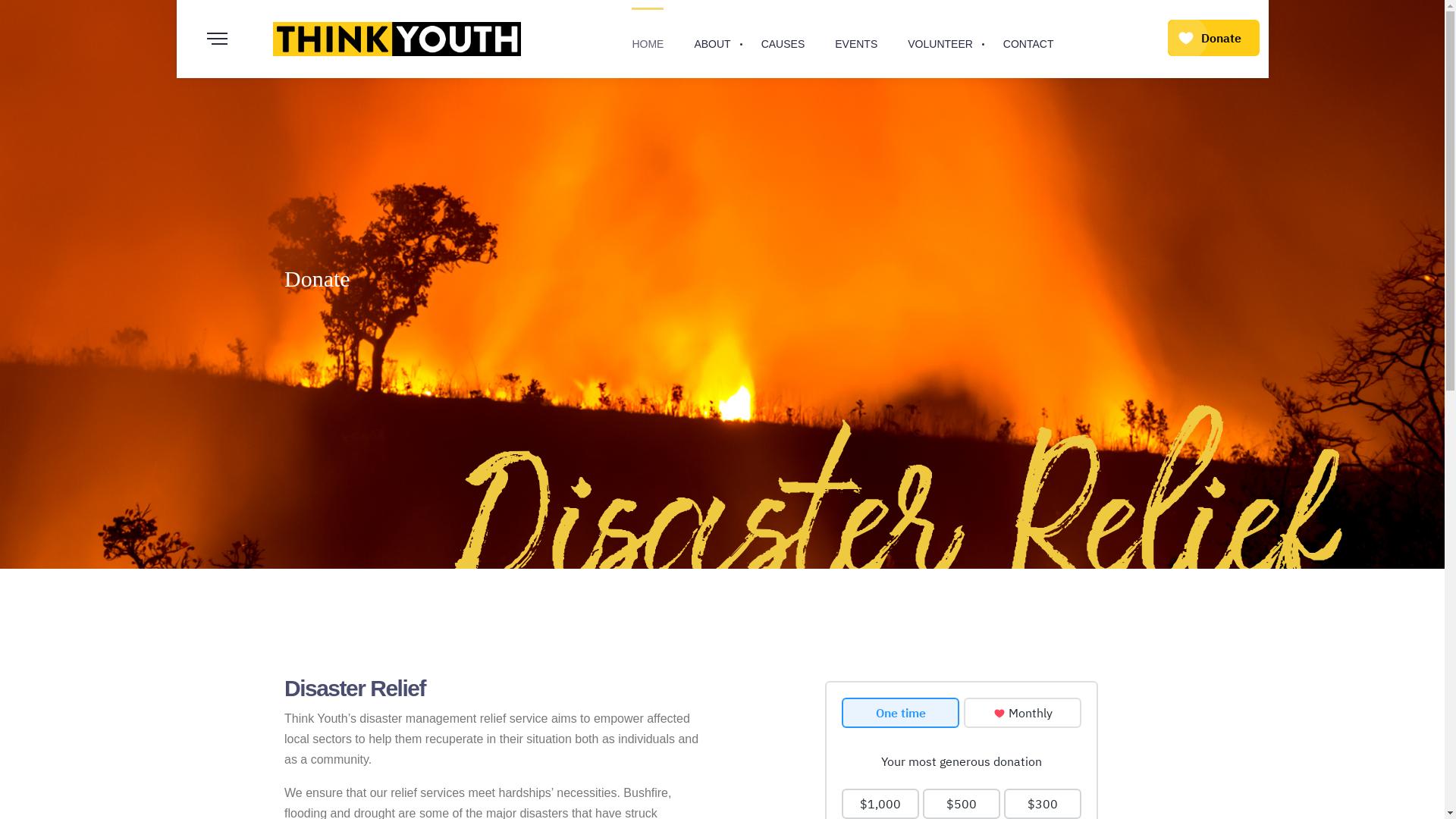 The image size is (1456, 819). Describe the element at coordinates (855, 38) in the screenshot. I see `'EVENTS'` at that location.